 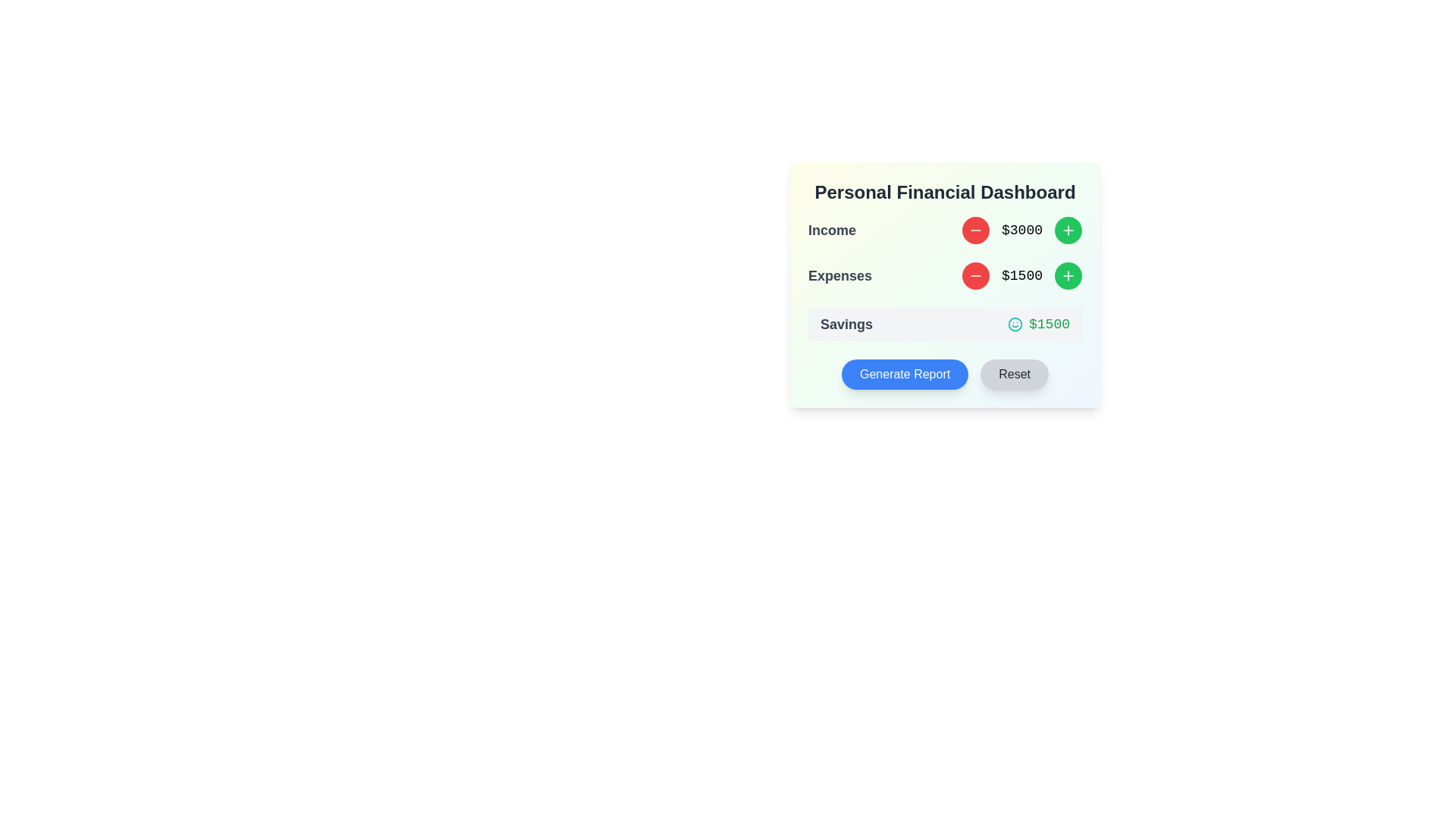 I want to click on the circular red button with a white minus symbol inside, located to the left of the numeric text field displaying '$1500' within the 'Expenses' section, so click(x=975, y=275).